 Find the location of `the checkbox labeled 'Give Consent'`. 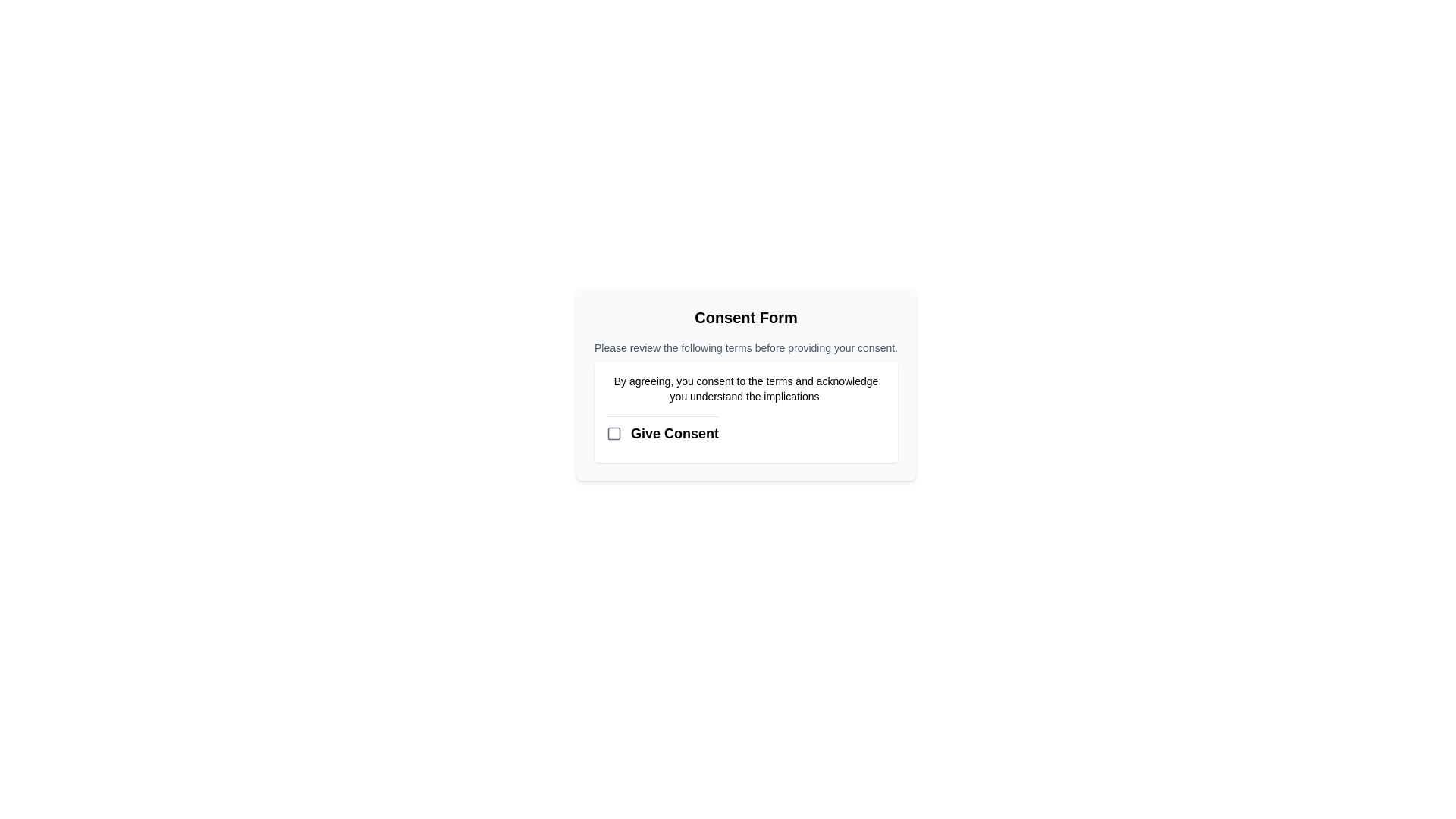

the checkbox labeled 'Give Consent' is located at coordinates (662, 433).